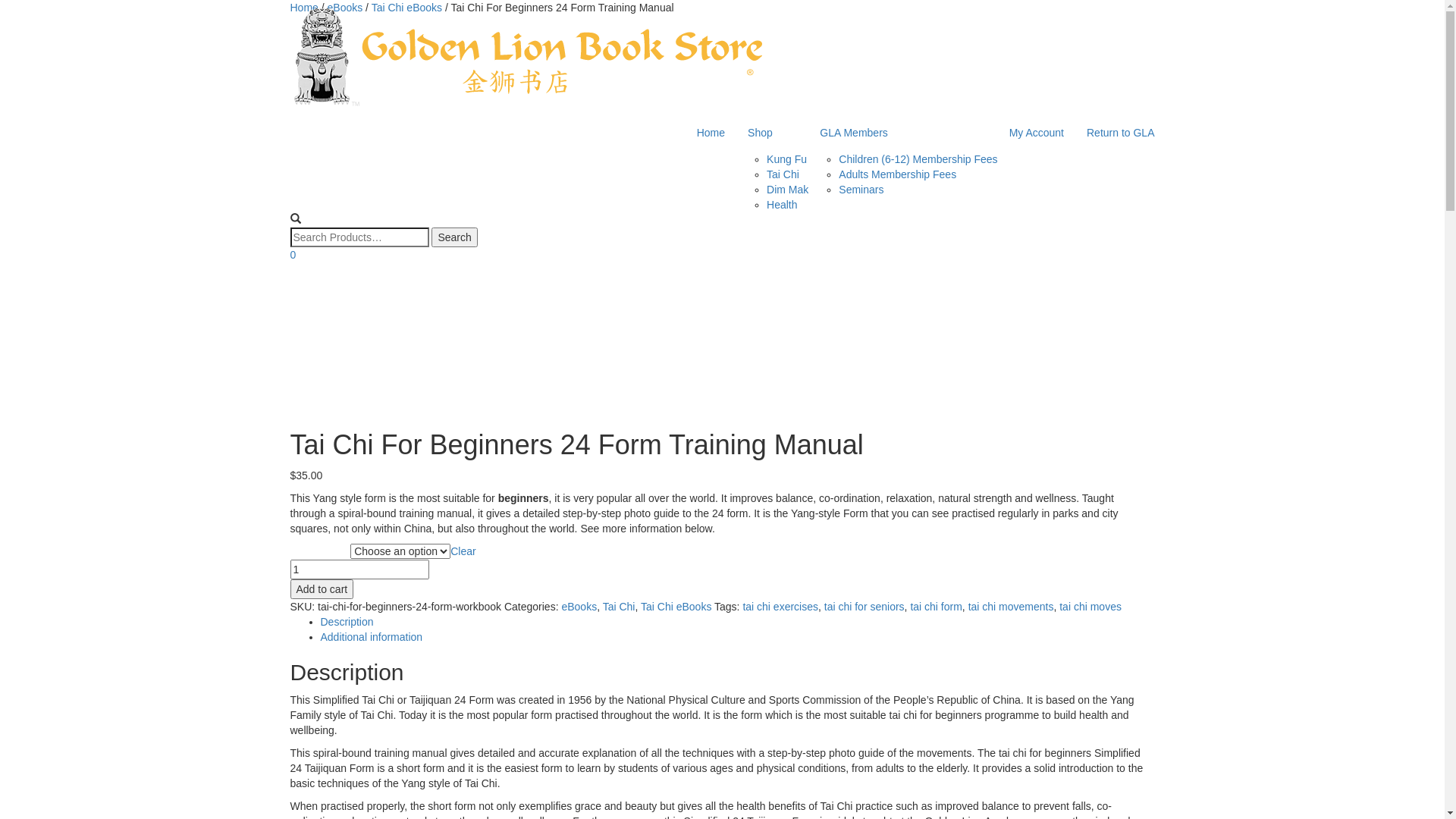 The image size is (1456, 819). What do you see at coordinates (358, 237) in the screenshot?
I see `'Search for:'` at bounding box center [358, 237].